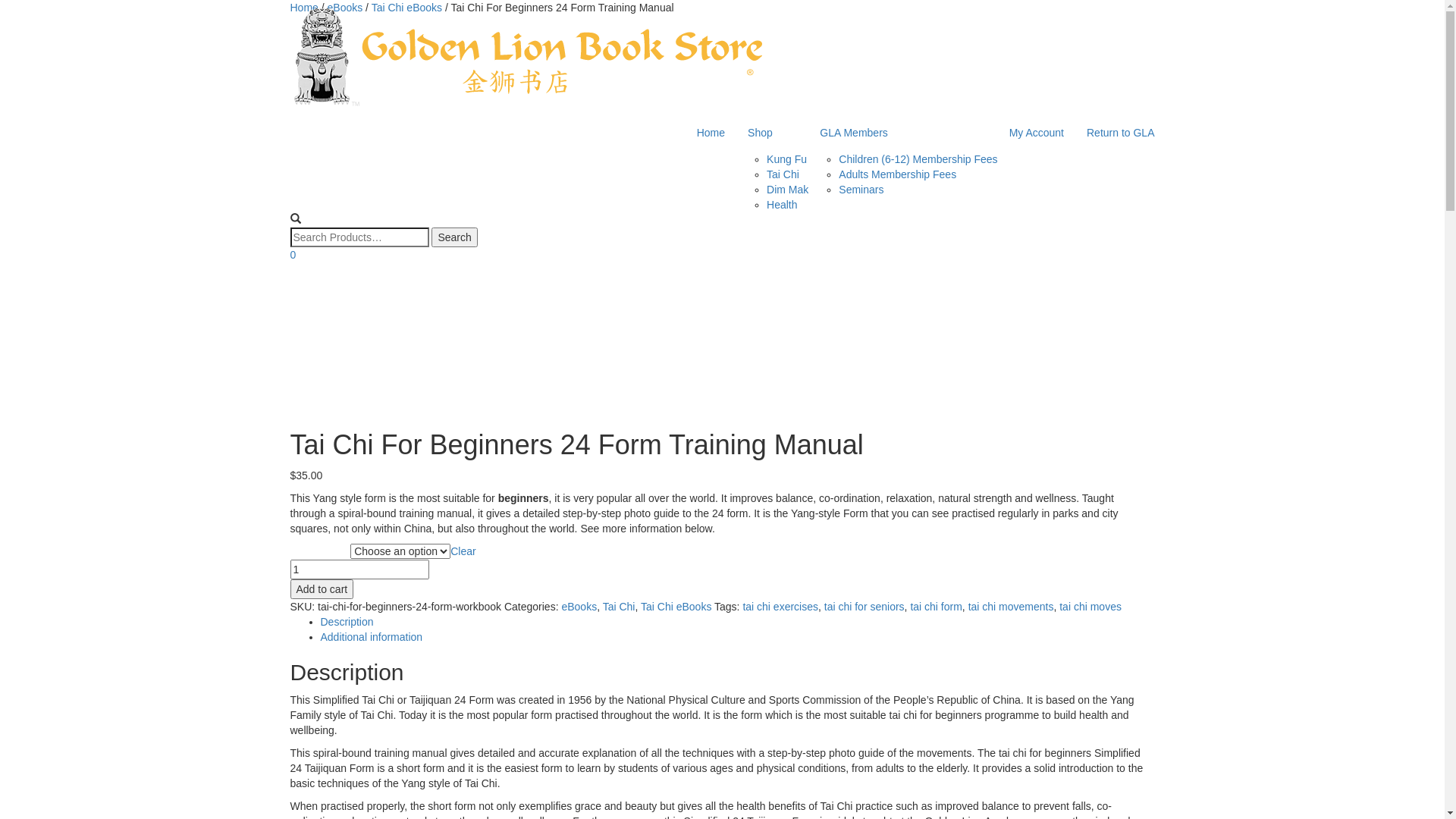 The image size is (1456, 819). What do you see at coordinates (358, 237) in the screenshot?
I see `'Search for:'` at bounding box center [358, 237].